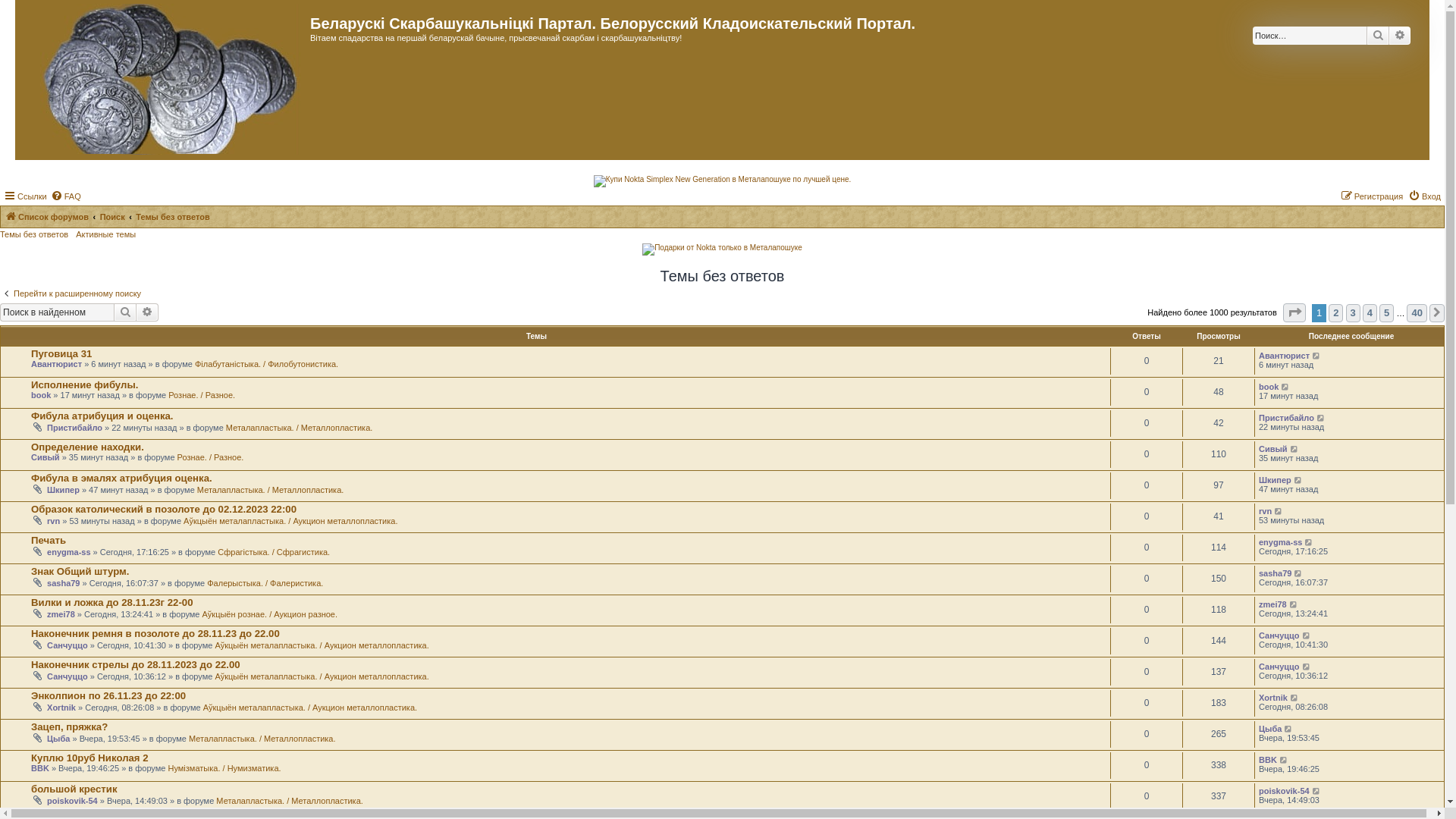 The height and width of the screenshot is (819, 1456). I want to click on 'enygma-ss', so click(67, 552).